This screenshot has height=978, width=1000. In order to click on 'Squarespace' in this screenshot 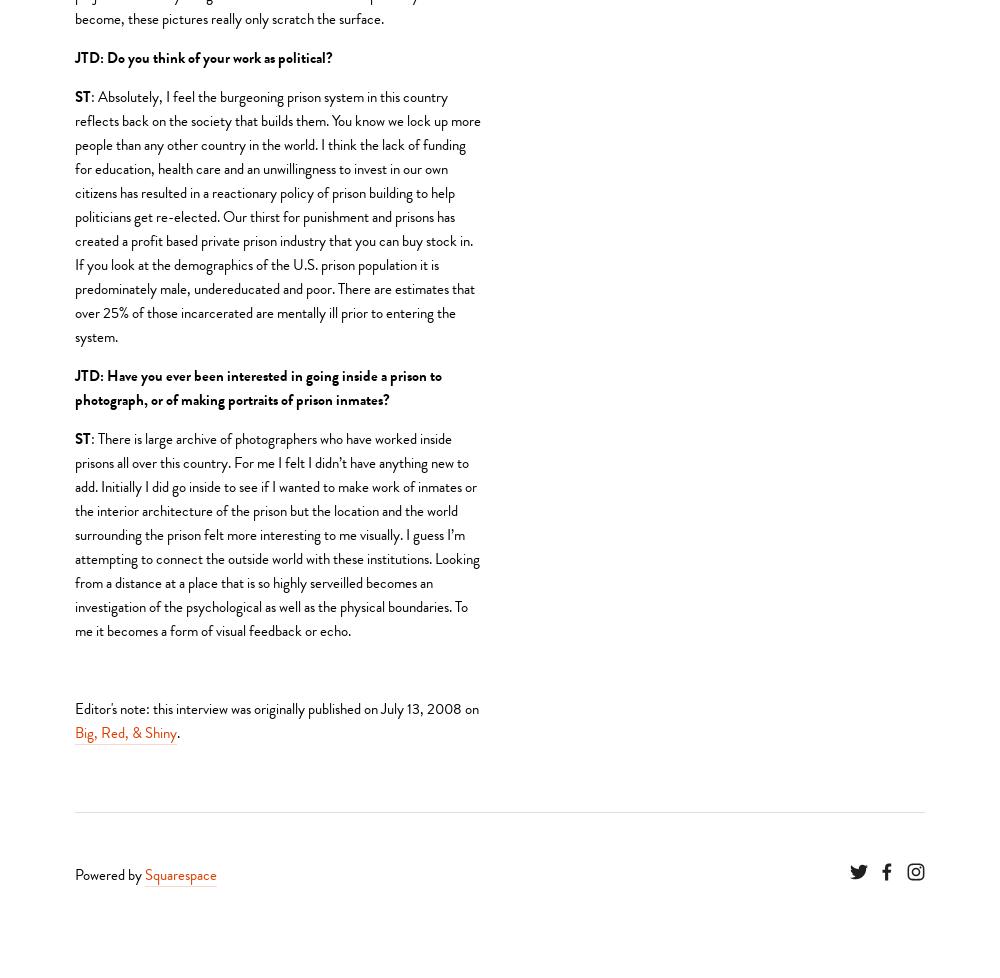, I will do `click(145, 873)`.